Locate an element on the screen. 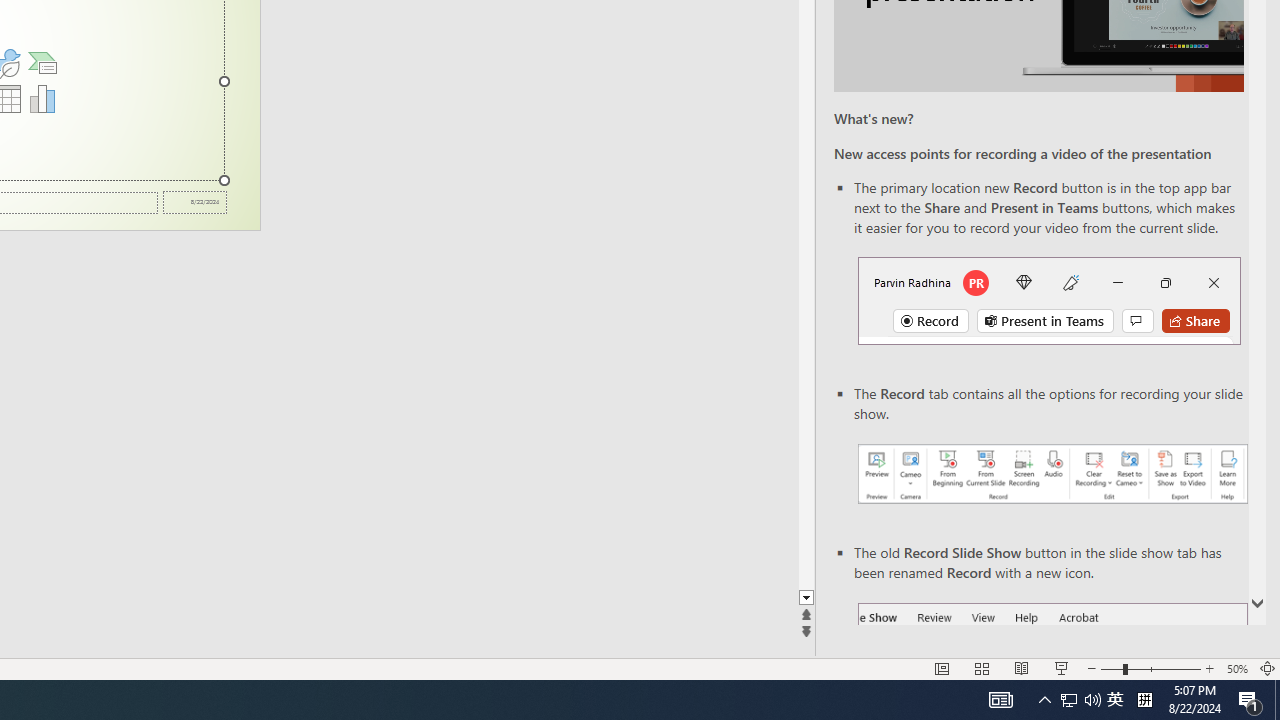  'Insert a SmartArt Graphic' is located at coordinates (42, 61).